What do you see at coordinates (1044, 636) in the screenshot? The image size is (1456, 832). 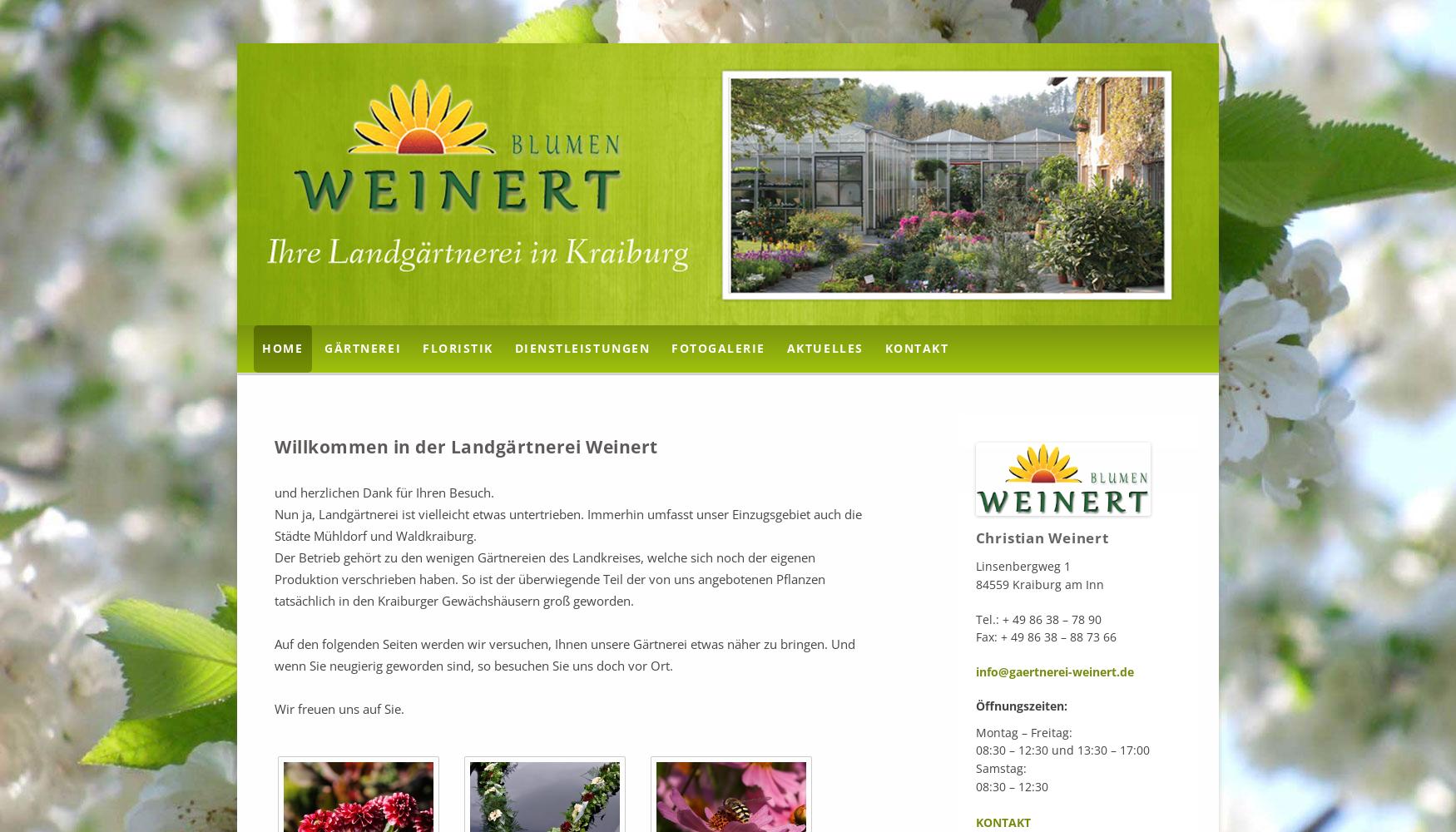 I see `'Fax: + 49 86 38 – 88 73 66'` at bounding box center [1044, 636].